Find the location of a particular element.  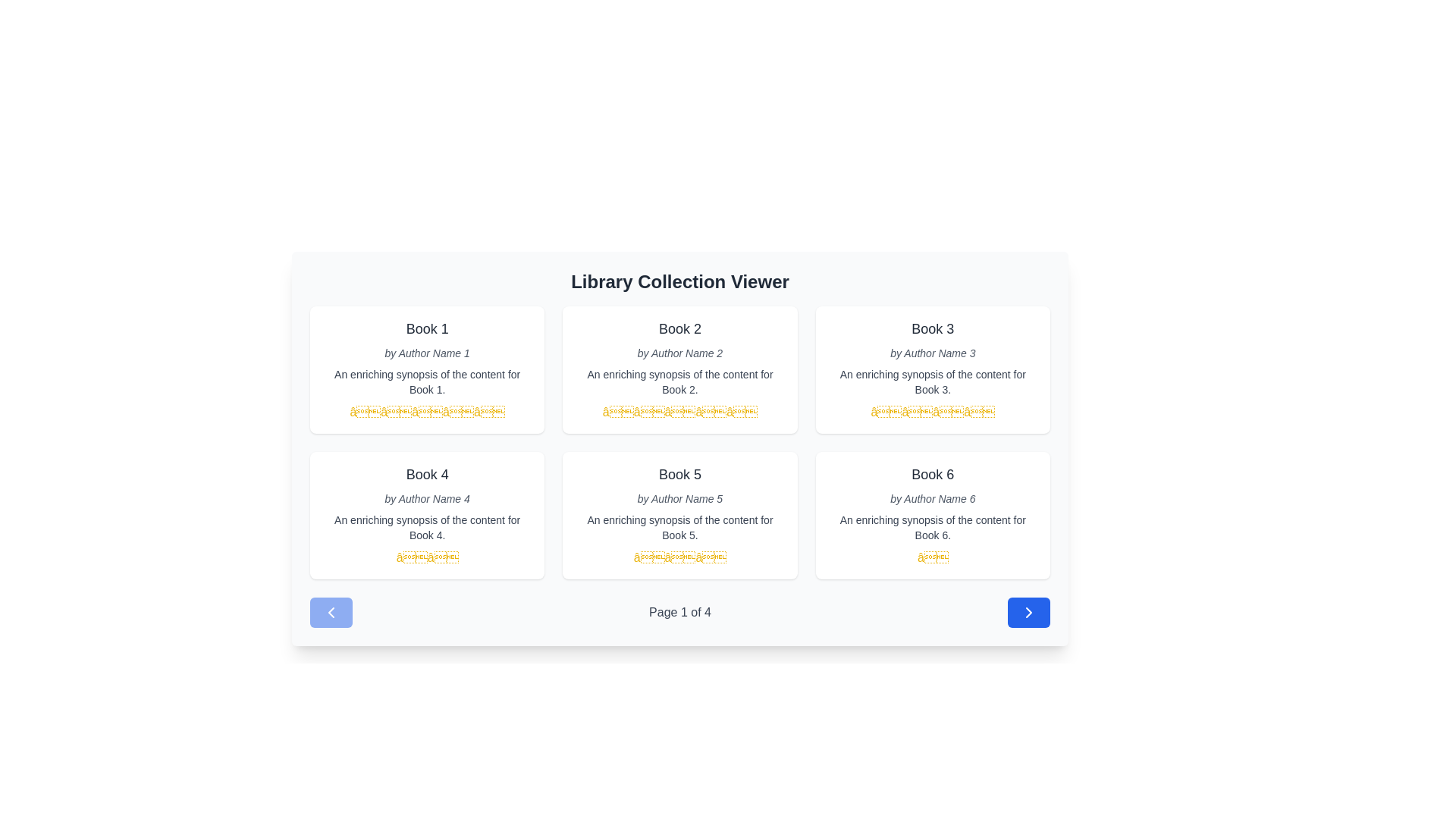

the fifth yellow star icon in the rating indicator group, which is located below the description text of 'Book 1' in the first card of the first row is located at coordinates (489, 412).